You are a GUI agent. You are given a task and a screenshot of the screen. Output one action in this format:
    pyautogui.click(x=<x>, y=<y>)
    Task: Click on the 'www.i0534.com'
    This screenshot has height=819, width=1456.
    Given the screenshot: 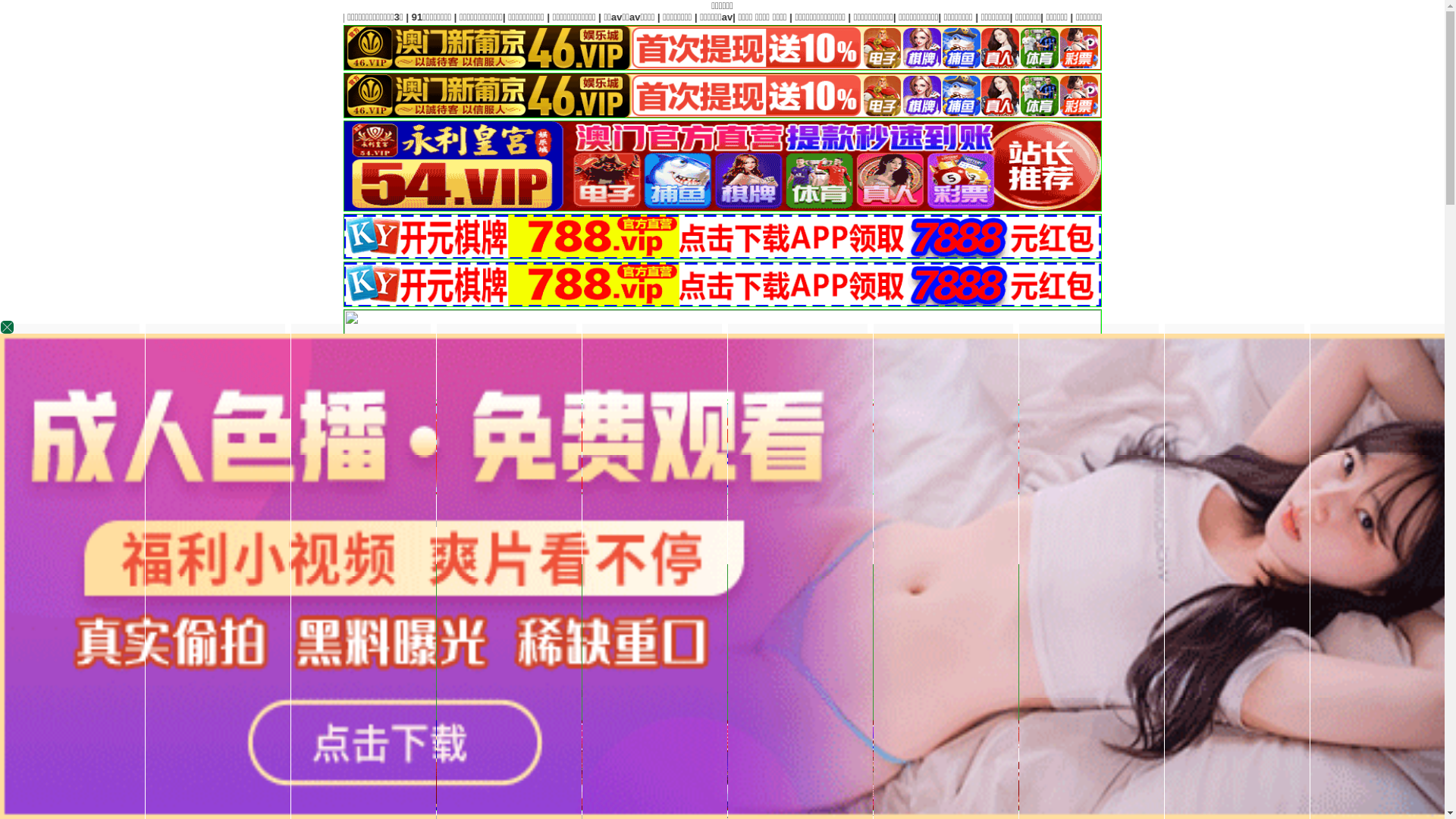 What is the action you would take?
    pyautogui.click(x=870, y=522)
    